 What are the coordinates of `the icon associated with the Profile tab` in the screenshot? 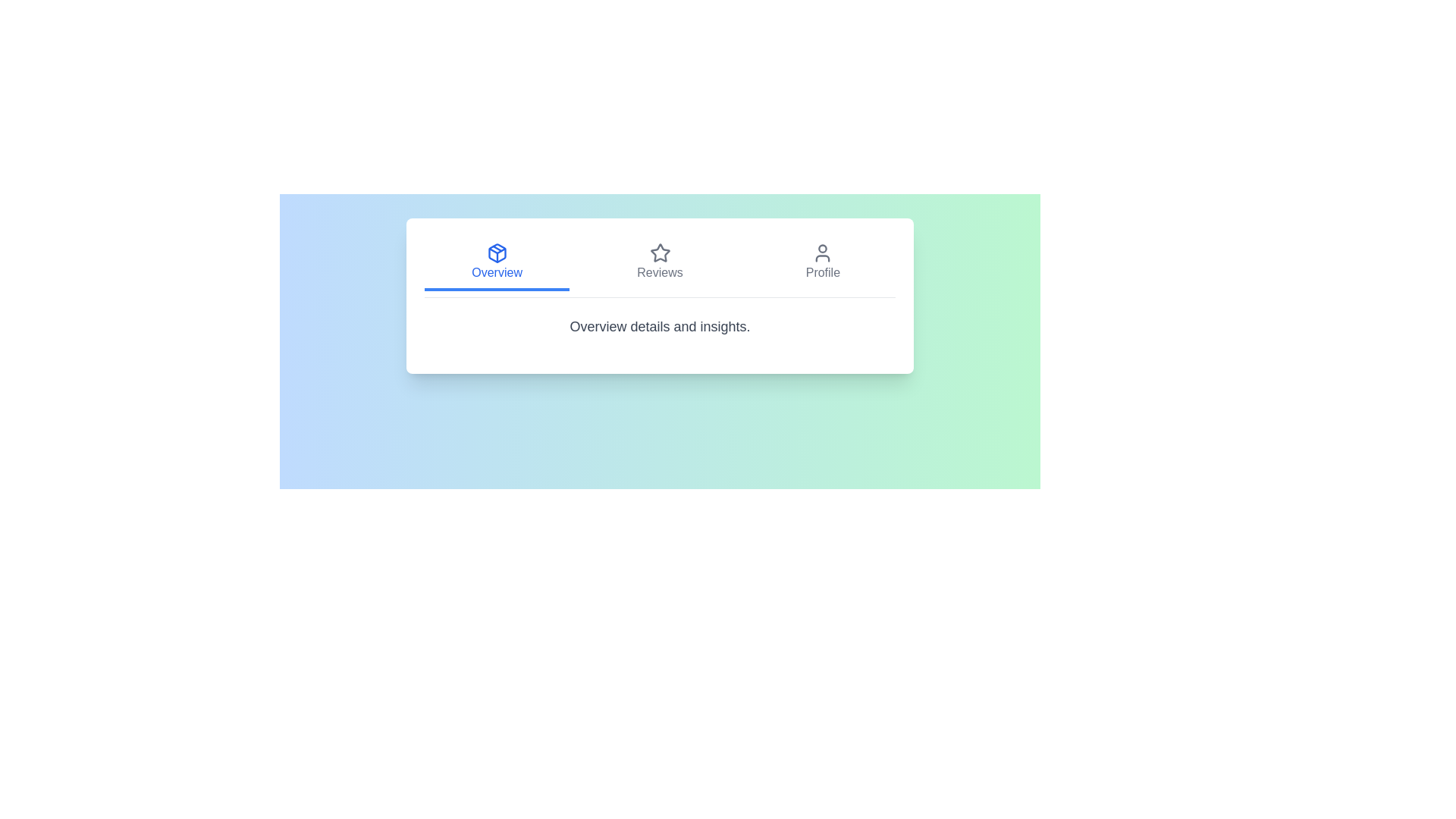 It's located at (822, 253).